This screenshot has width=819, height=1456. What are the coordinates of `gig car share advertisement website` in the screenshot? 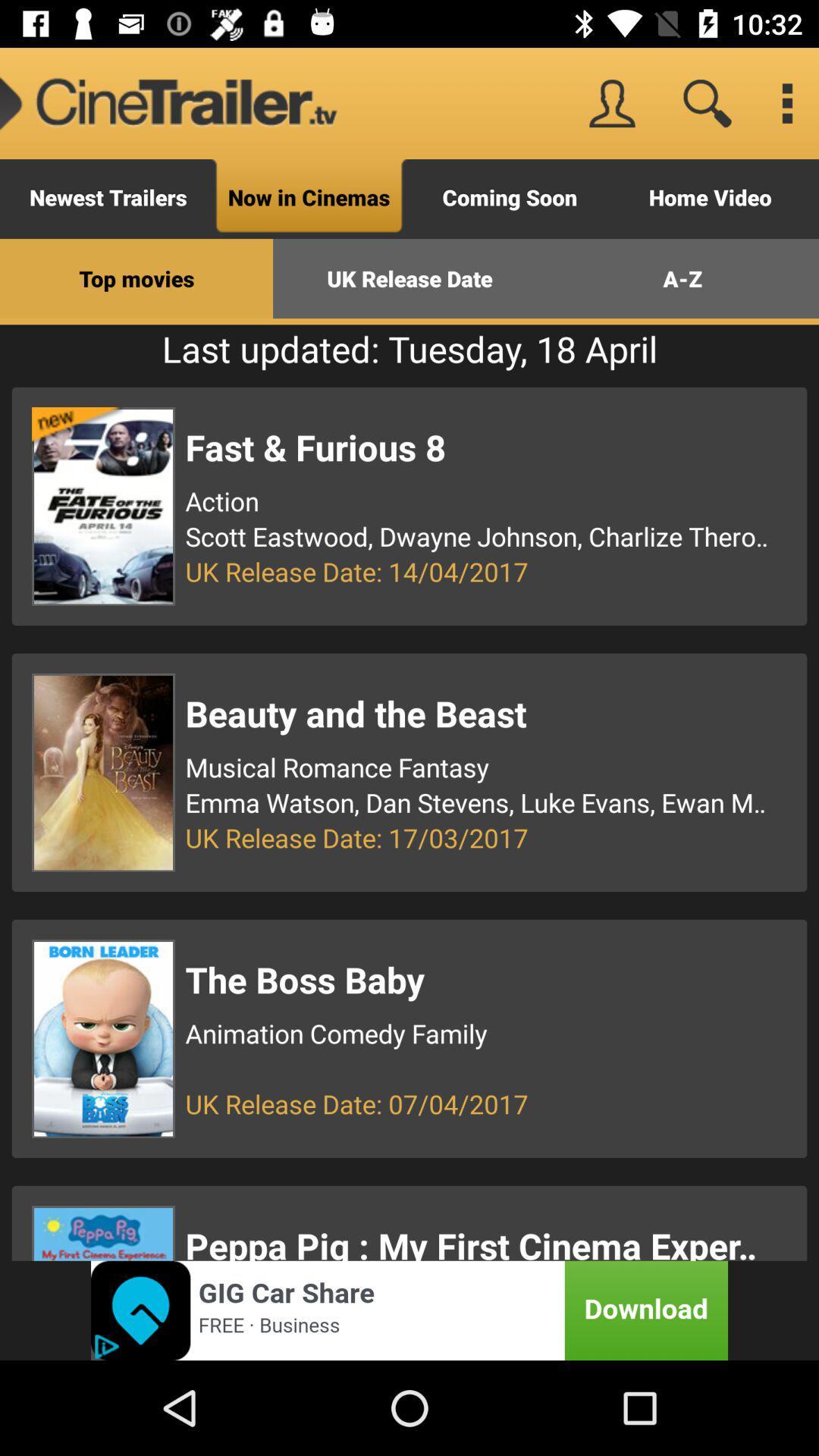 It's located at (409, 1310).